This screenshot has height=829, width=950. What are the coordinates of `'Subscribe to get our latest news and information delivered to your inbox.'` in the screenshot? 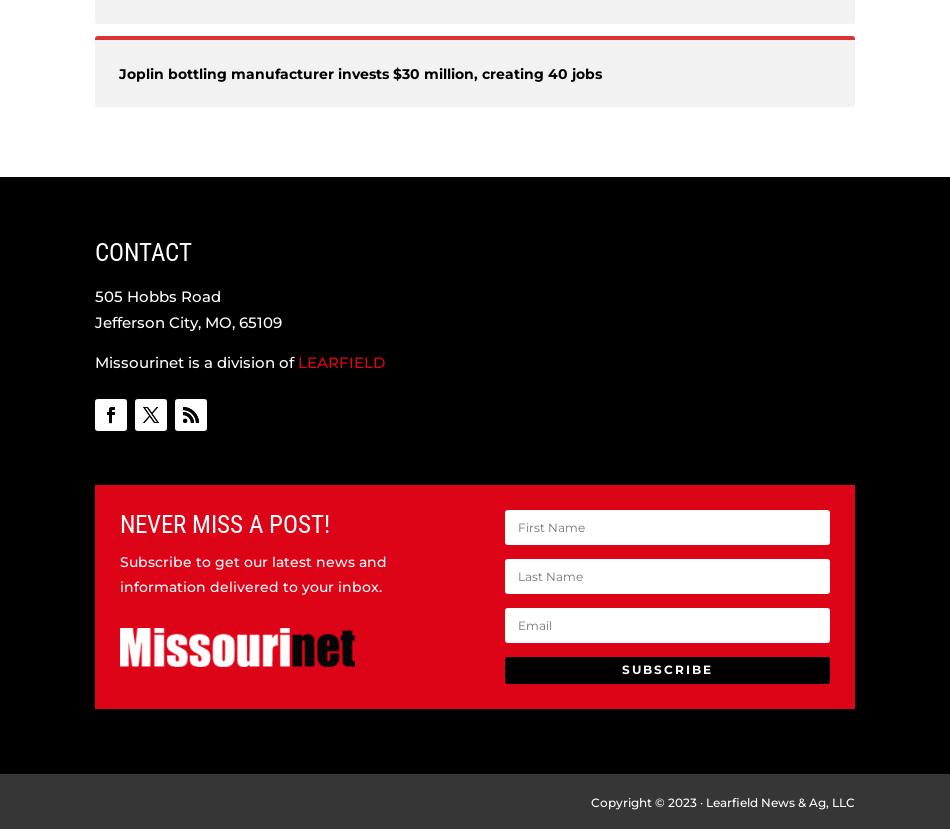 It's located at (252, 572).